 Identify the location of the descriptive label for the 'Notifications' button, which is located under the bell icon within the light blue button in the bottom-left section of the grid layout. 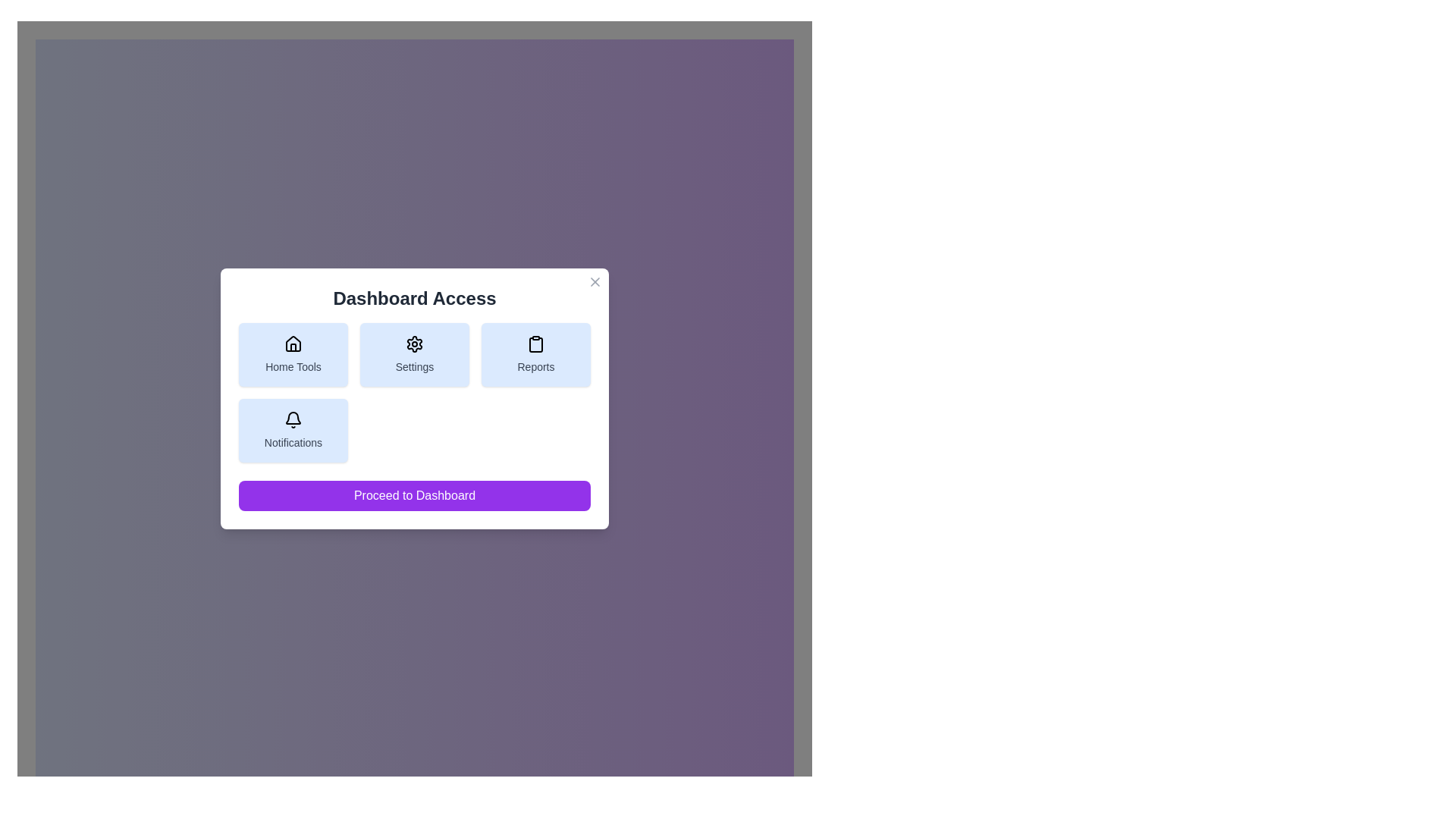
(293, 442).